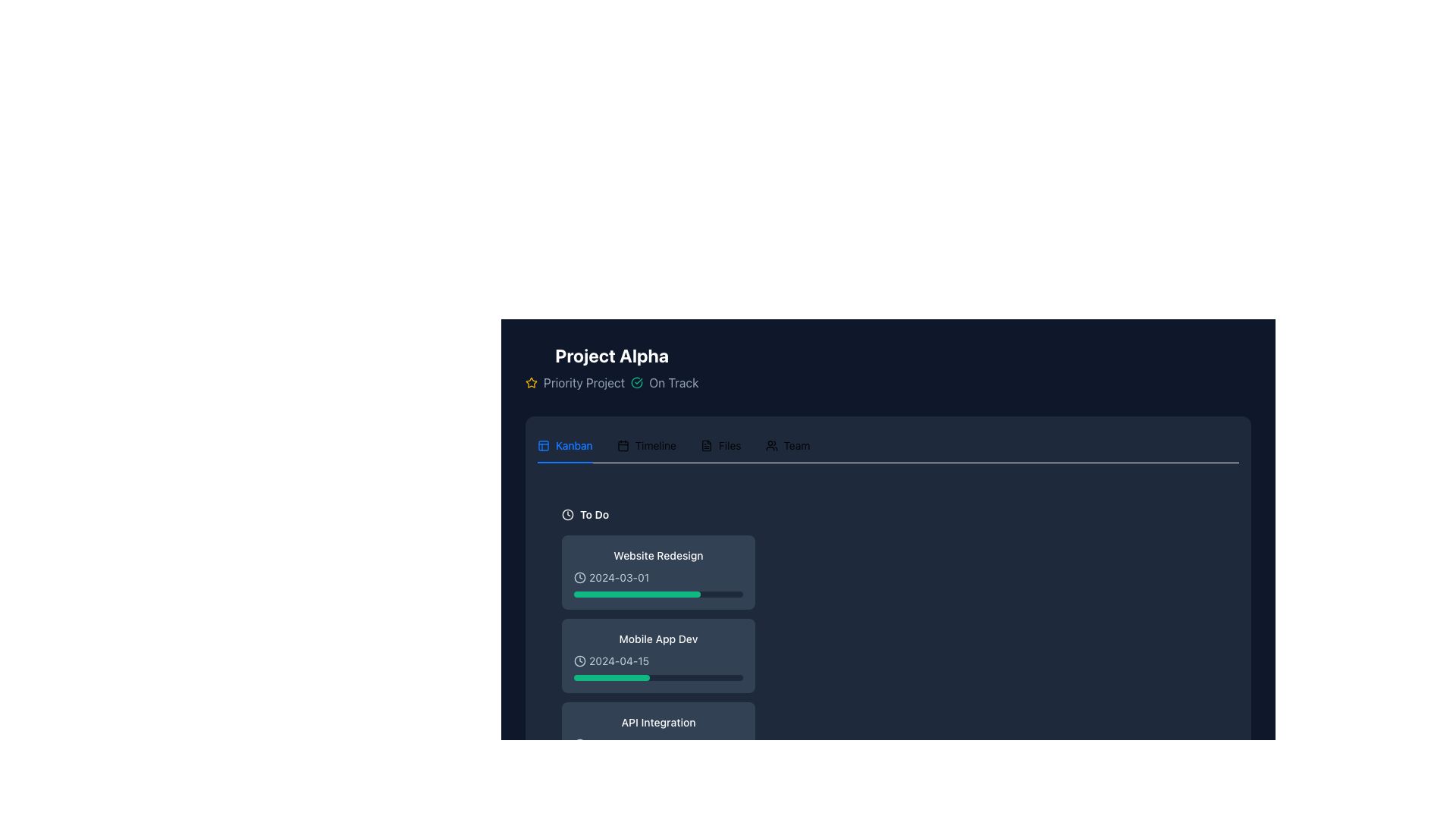 The image size is (1456, 819). I want to click on the 'Priority Project' text label, which is styled in a medium-weight sans-serif font and located within a dark interface, positioned to the right of a star icon and to the left of a checkmark icon, so click(583, 382).